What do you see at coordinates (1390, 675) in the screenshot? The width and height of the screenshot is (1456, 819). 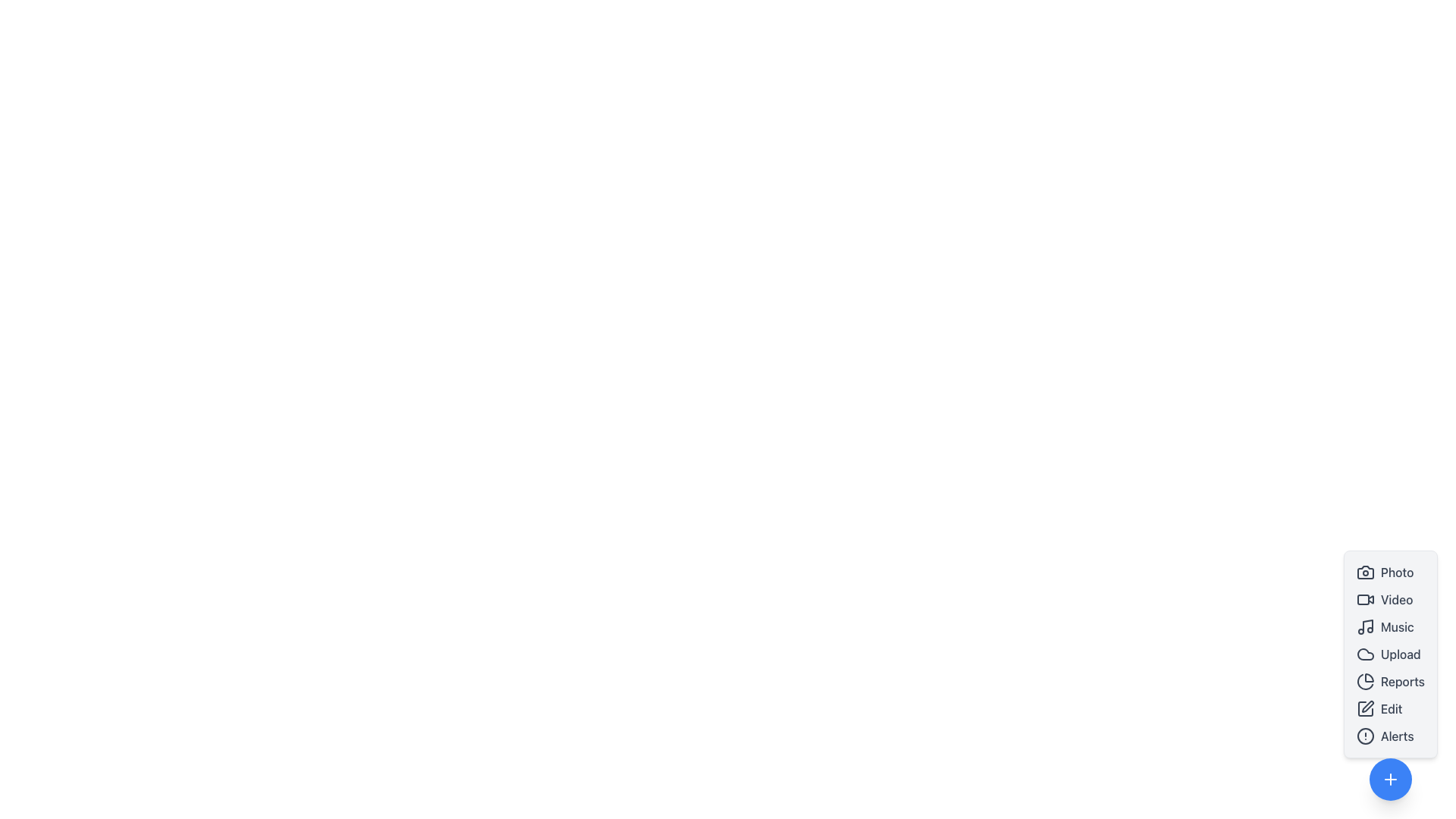 I see `the fifth interactive text button with an icon in the sidebar` at bounding box center [1390, 675].